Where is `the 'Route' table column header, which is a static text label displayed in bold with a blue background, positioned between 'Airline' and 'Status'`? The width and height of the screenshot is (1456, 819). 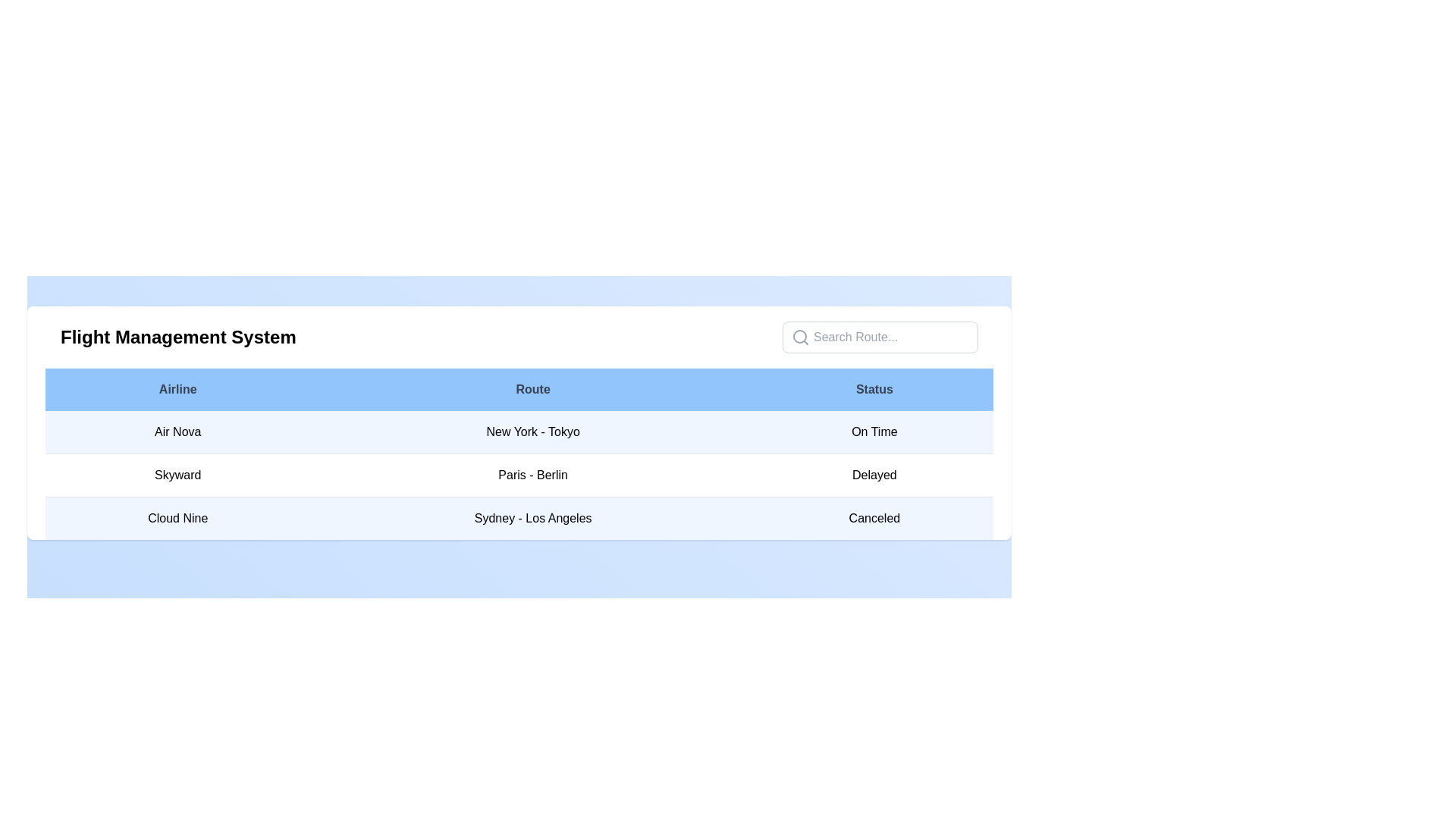 the 'Route' table column header, which is a static text label displayed in bold with a blue background, positioned between 'Airline' and 'Status' is located at coordinates (533, 388).